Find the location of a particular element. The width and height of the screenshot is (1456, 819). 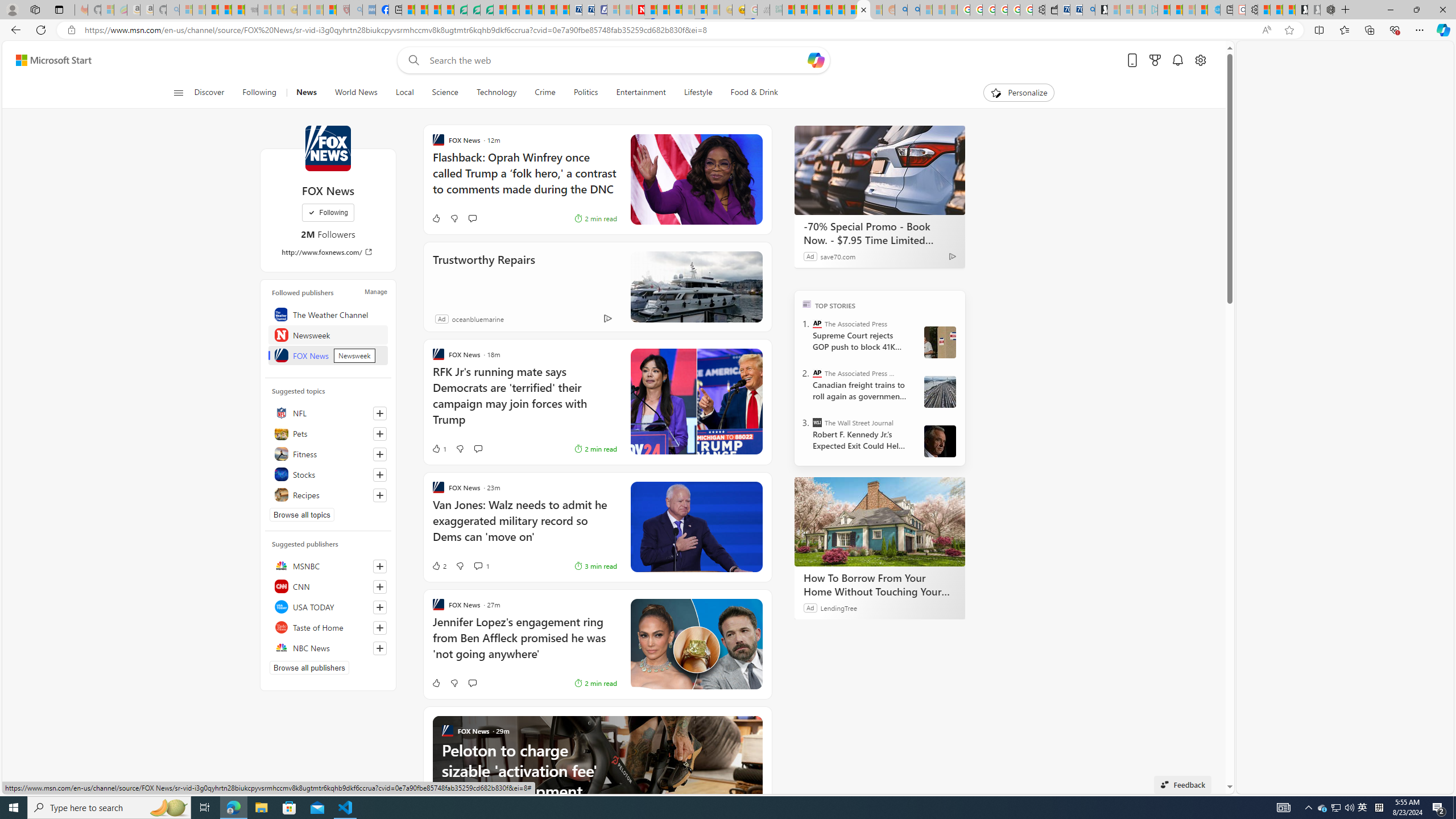

'Trustworthy RepairsAdoceanbluemarine' is located at coordinates (596, 286).